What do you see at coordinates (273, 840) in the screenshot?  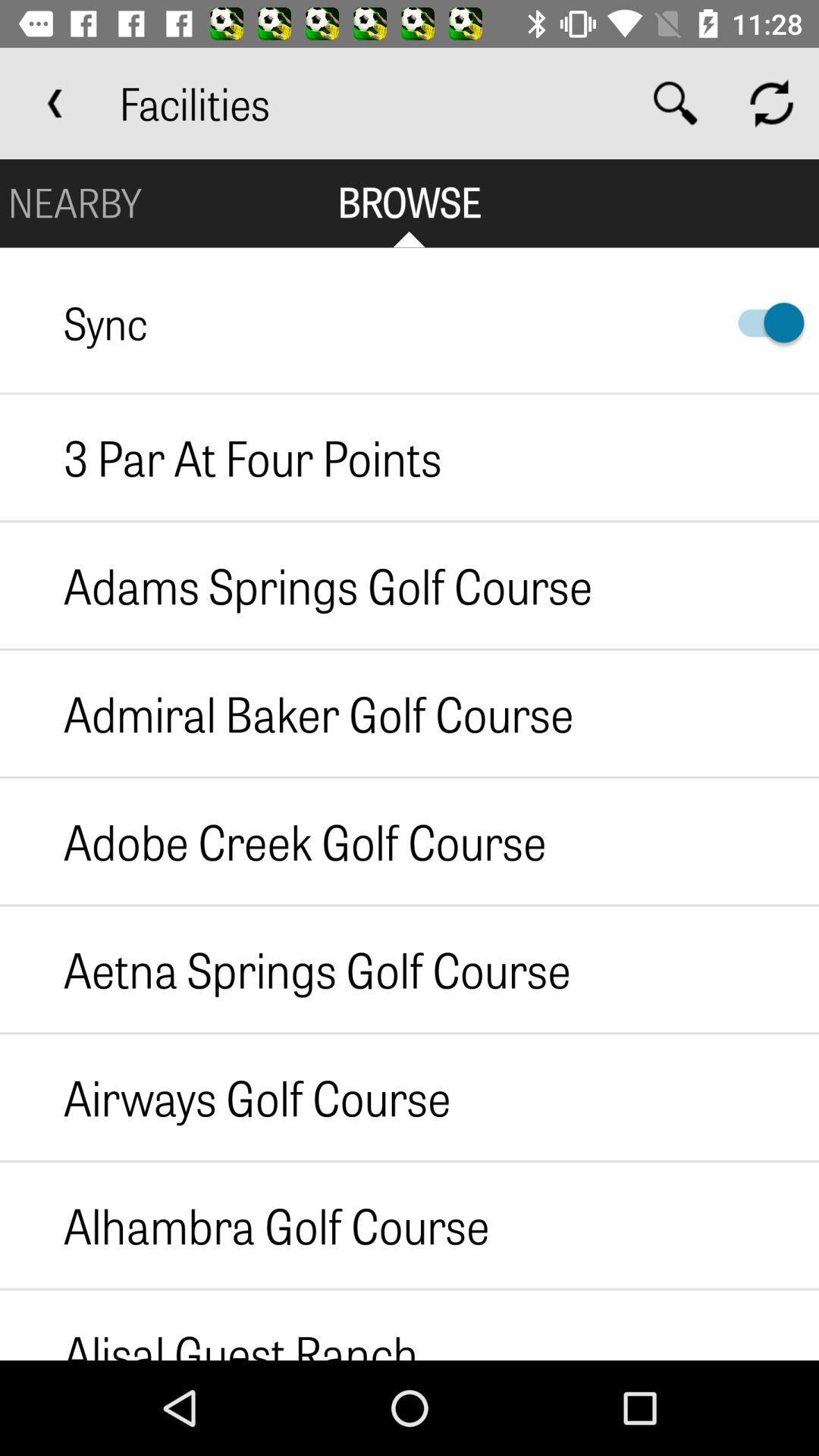 I see `the icon above aetna springs golf item` at bounding box center [273, 840].